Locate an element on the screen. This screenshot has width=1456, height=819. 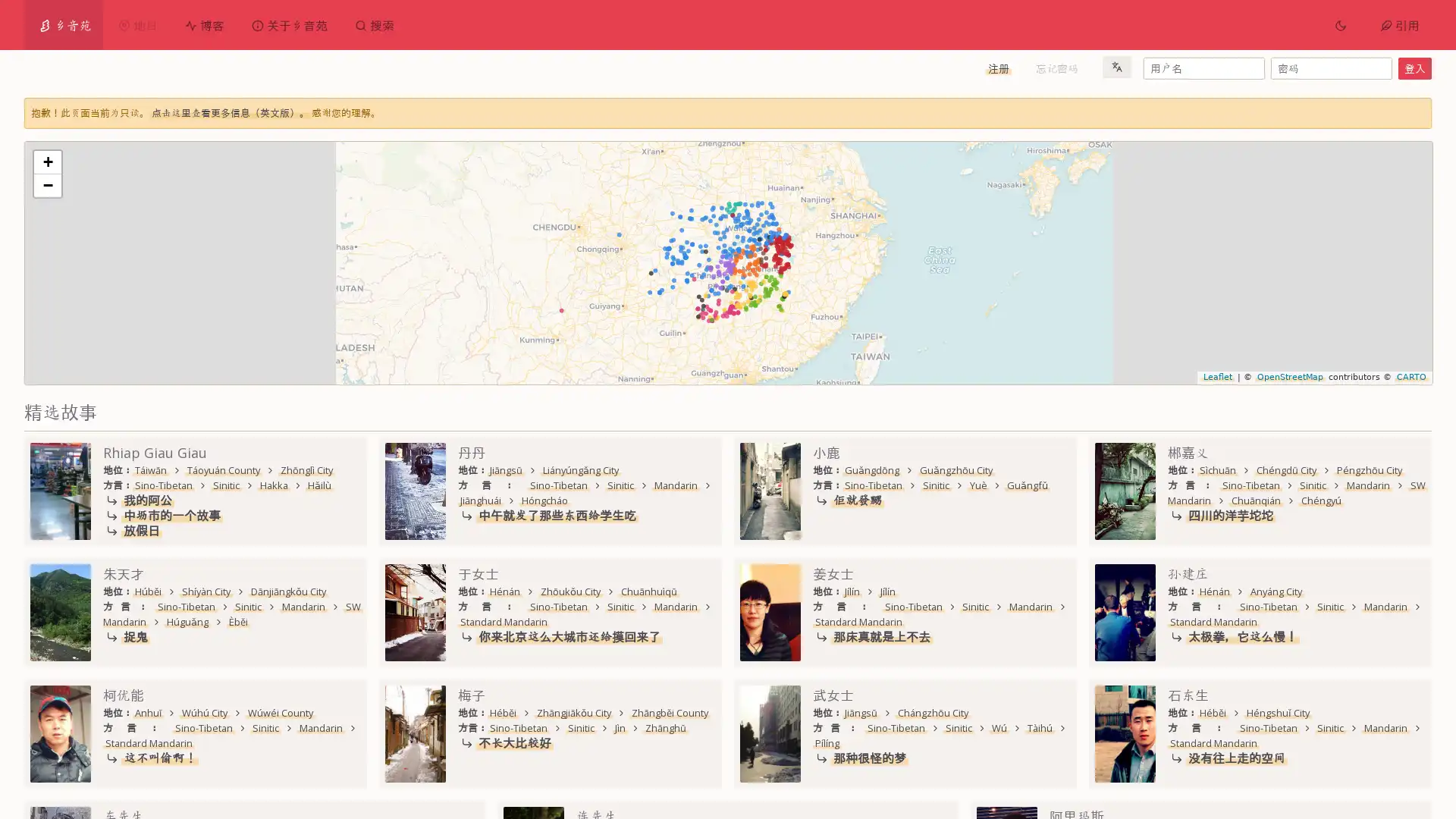
Zoom in is located at coordinates (47, 162).